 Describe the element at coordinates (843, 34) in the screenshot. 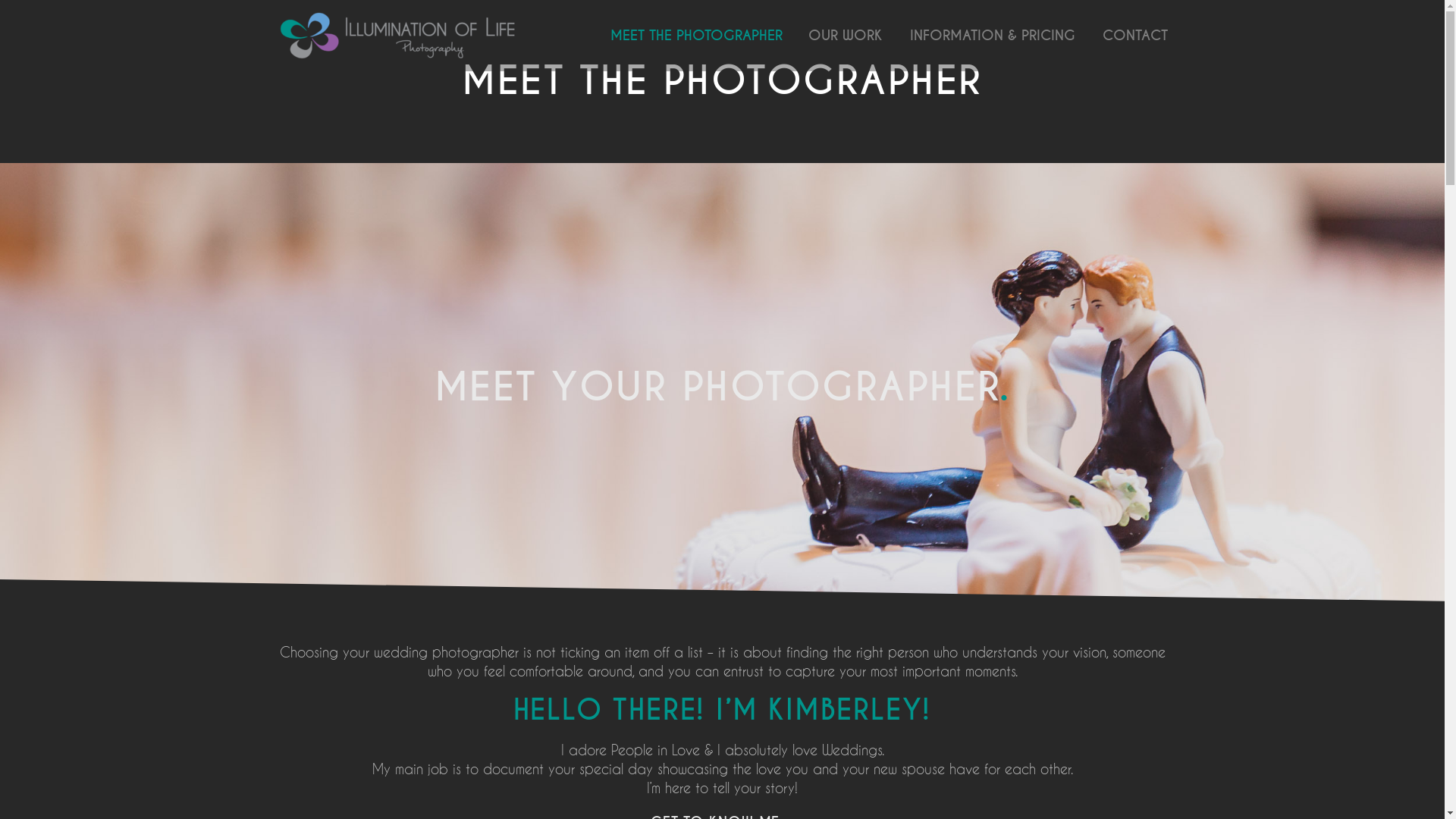

I see `'OUR WORK'` at that location.